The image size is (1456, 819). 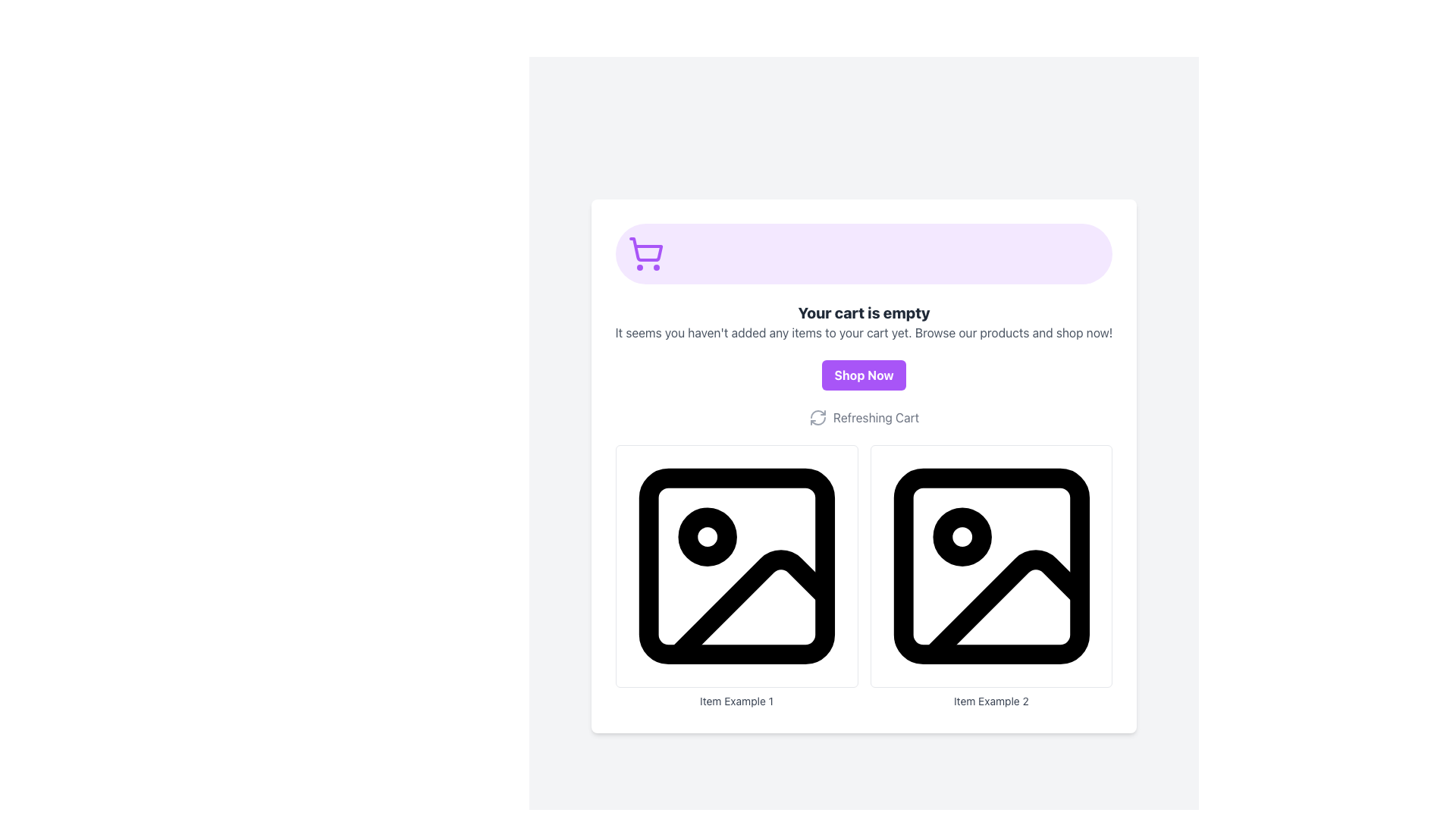 I want to click on message displayed at the top of the main content section, indicating that the shopping cart is empty, so click(x=864, y=312).